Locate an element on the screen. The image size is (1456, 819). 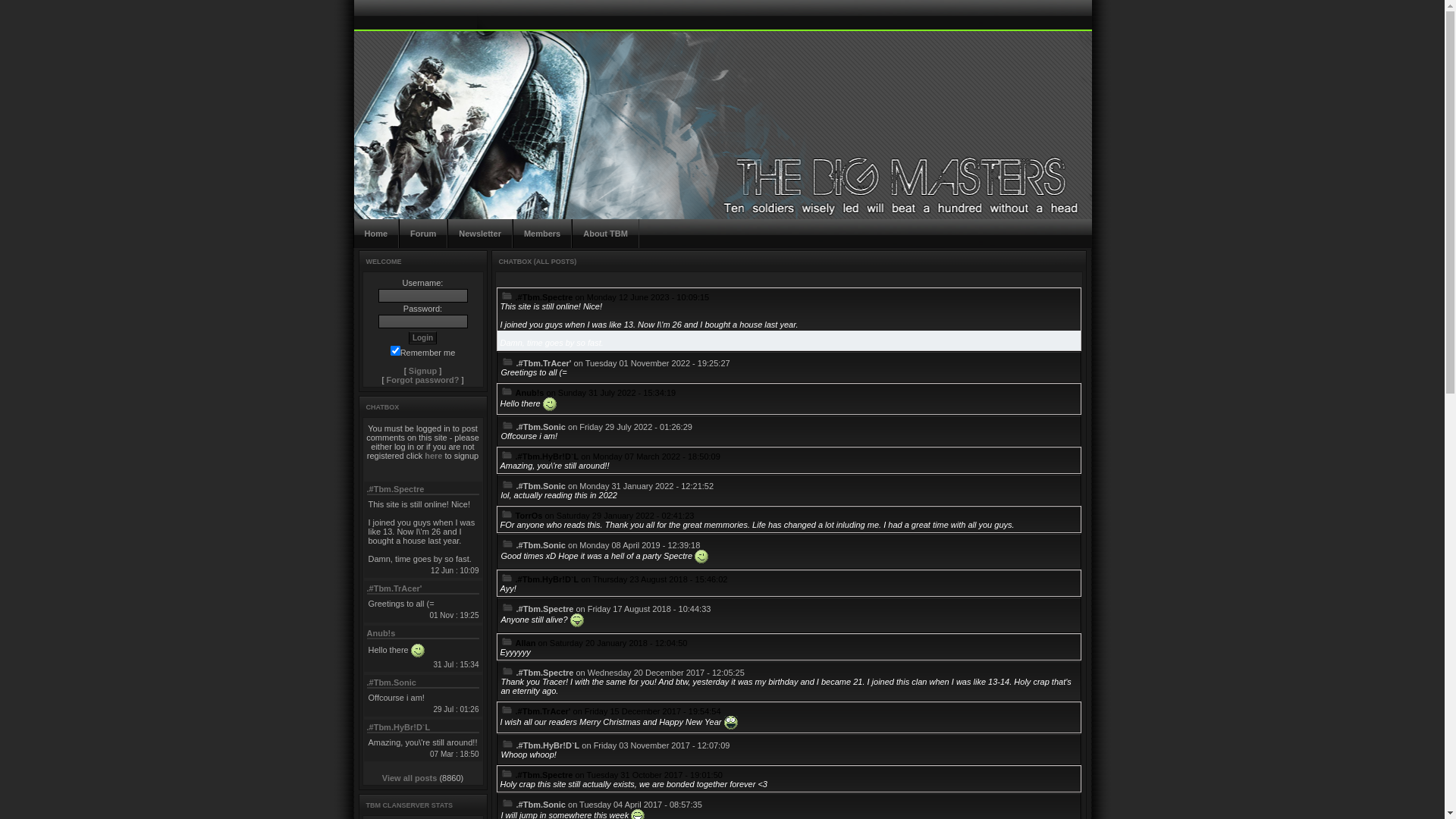
'Forgot password?' is located at coordinates (422, 379).